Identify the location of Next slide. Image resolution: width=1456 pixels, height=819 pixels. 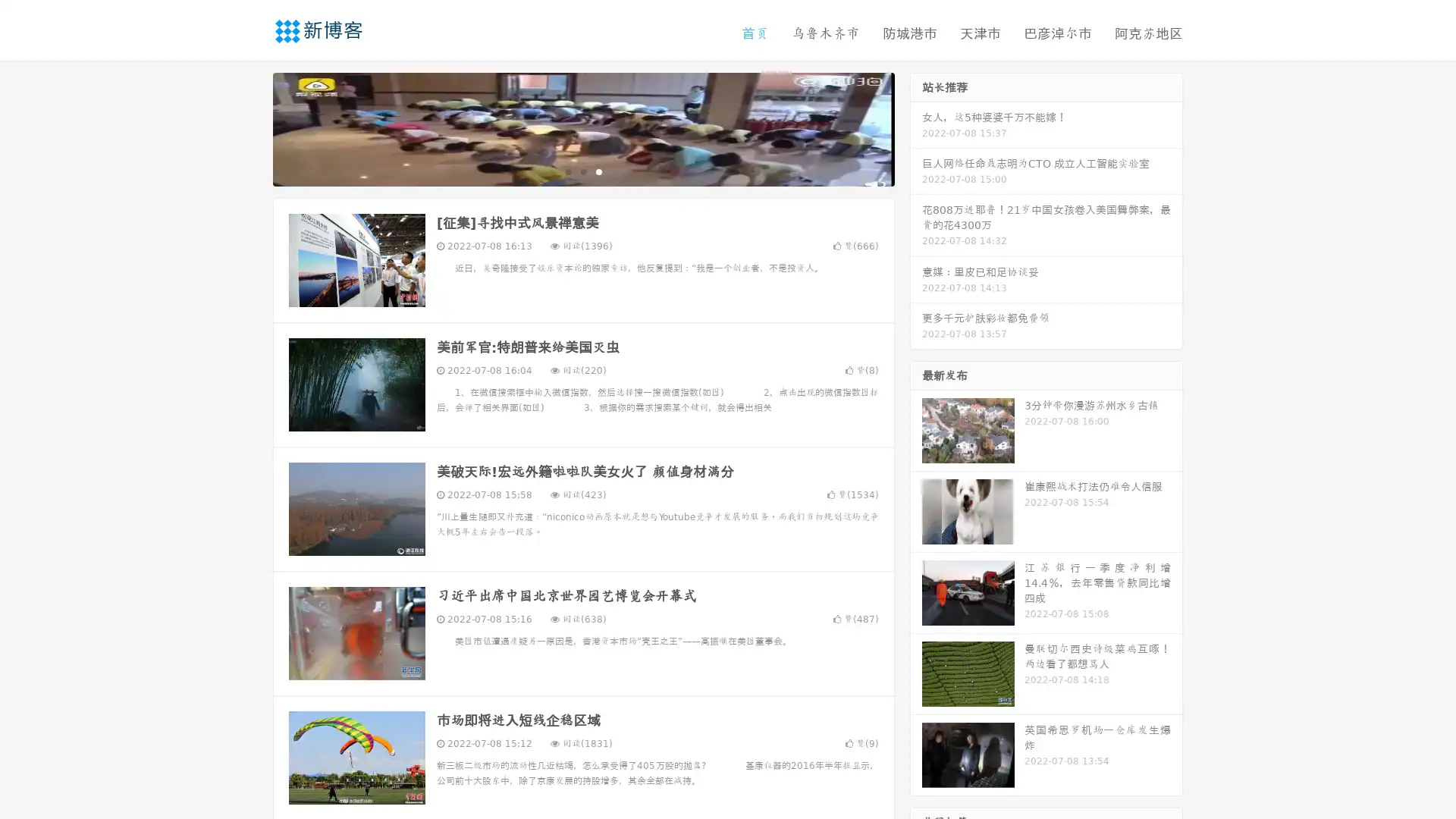
(916, 127).